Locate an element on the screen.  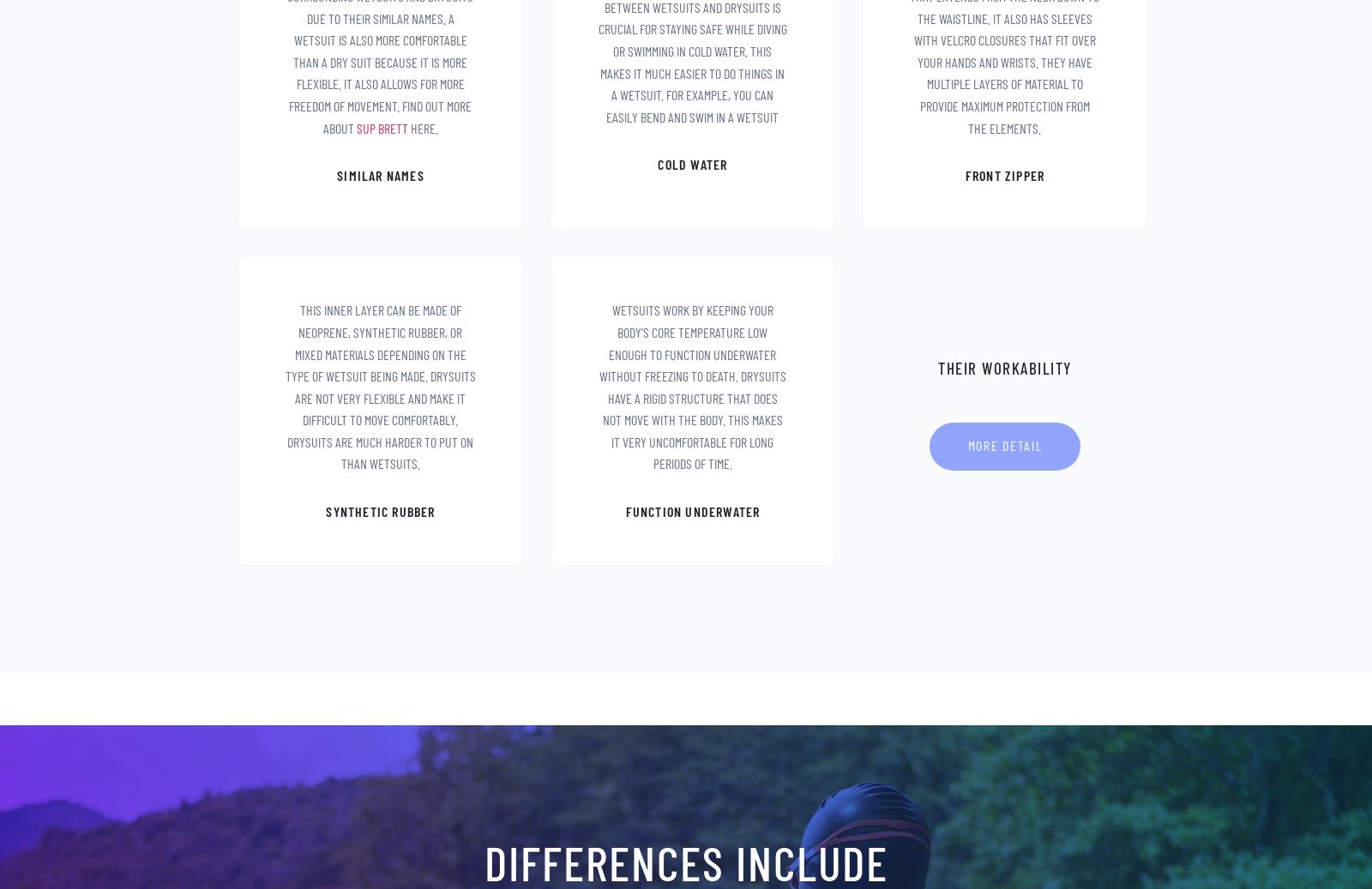
'cold water' is located at coordinates (691, 162).